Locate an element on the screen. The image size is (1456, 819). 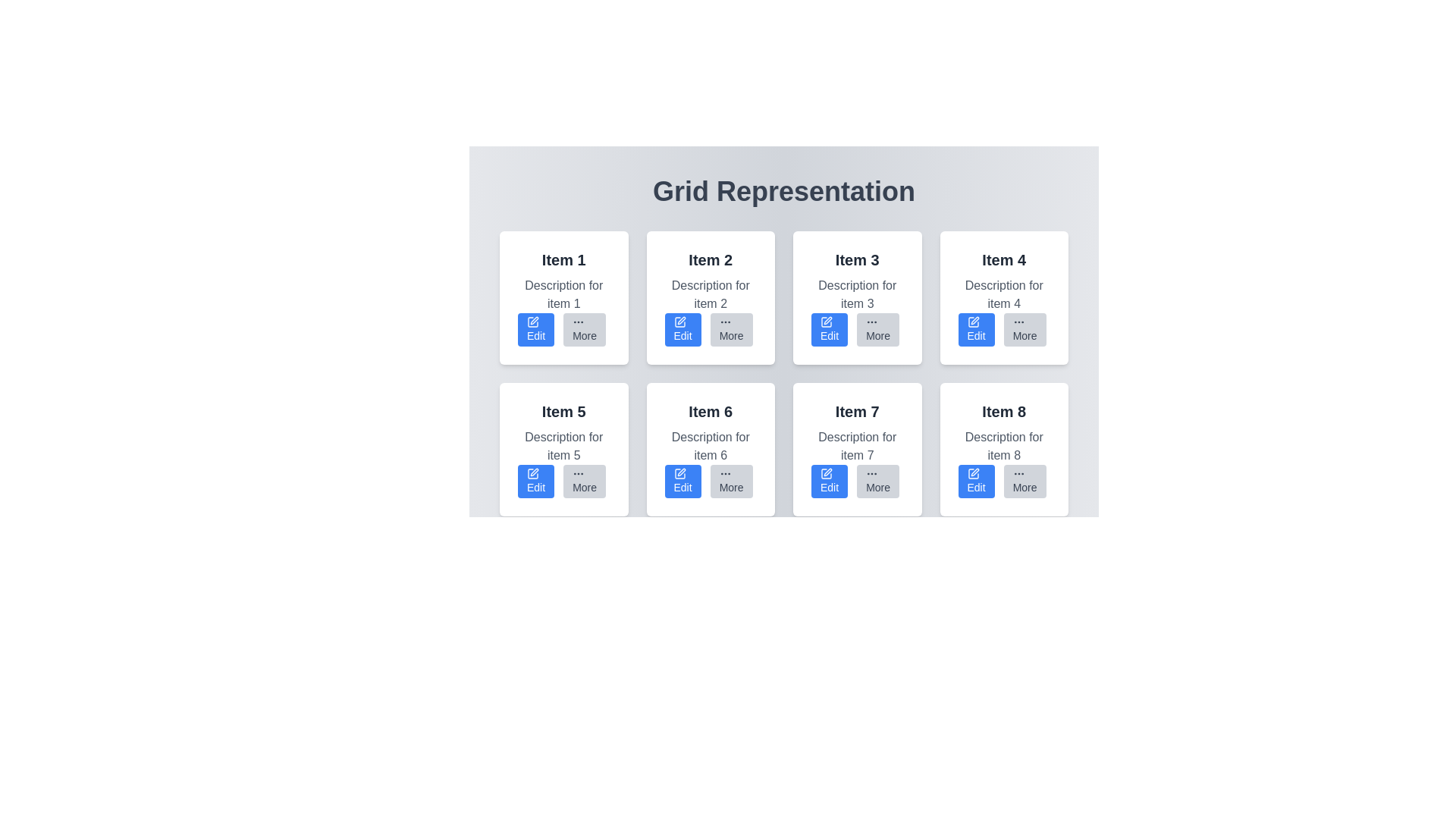
the graphical icon resembling a pen or pencil line segment within the sixth item card of a 4x2 grid layout is located at coordinates (680, 472).